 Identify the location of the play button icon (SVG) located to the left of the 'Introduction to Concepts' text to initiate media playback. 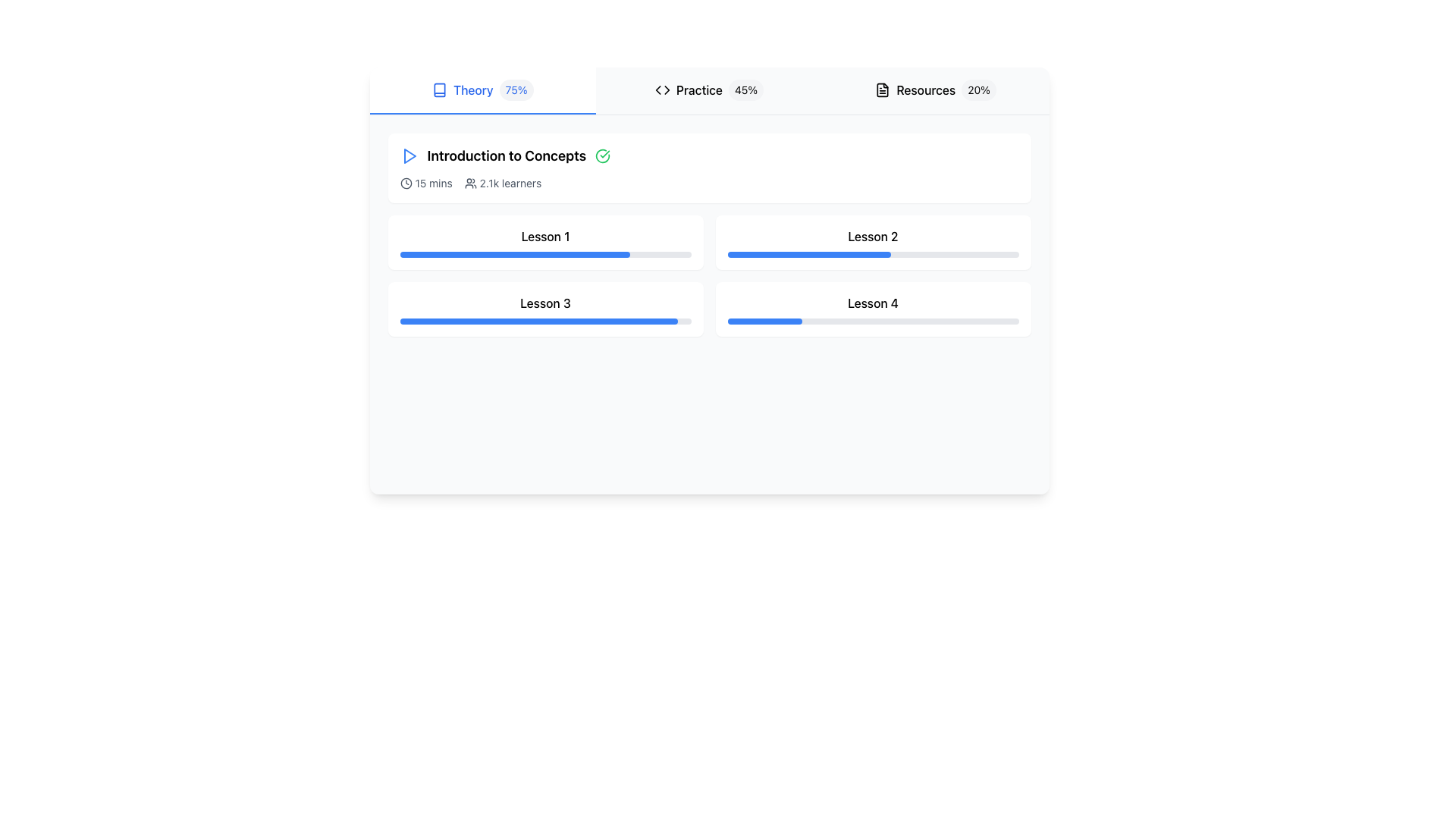
(409, 155).